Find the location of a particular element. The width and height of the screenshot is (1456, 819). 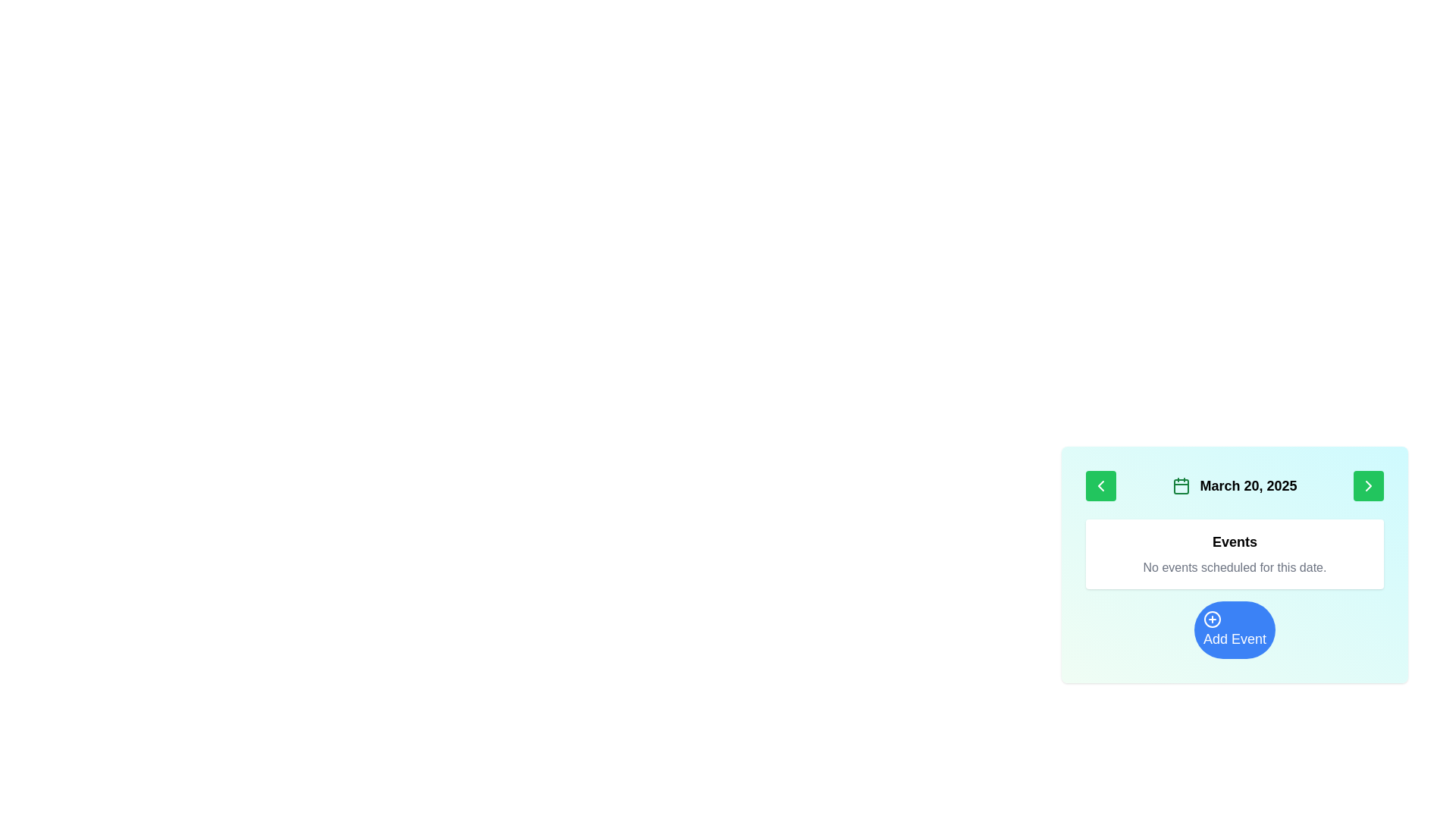

the green rectangular button with a left-facing arrow icon is located at coordinates (1100, 485).